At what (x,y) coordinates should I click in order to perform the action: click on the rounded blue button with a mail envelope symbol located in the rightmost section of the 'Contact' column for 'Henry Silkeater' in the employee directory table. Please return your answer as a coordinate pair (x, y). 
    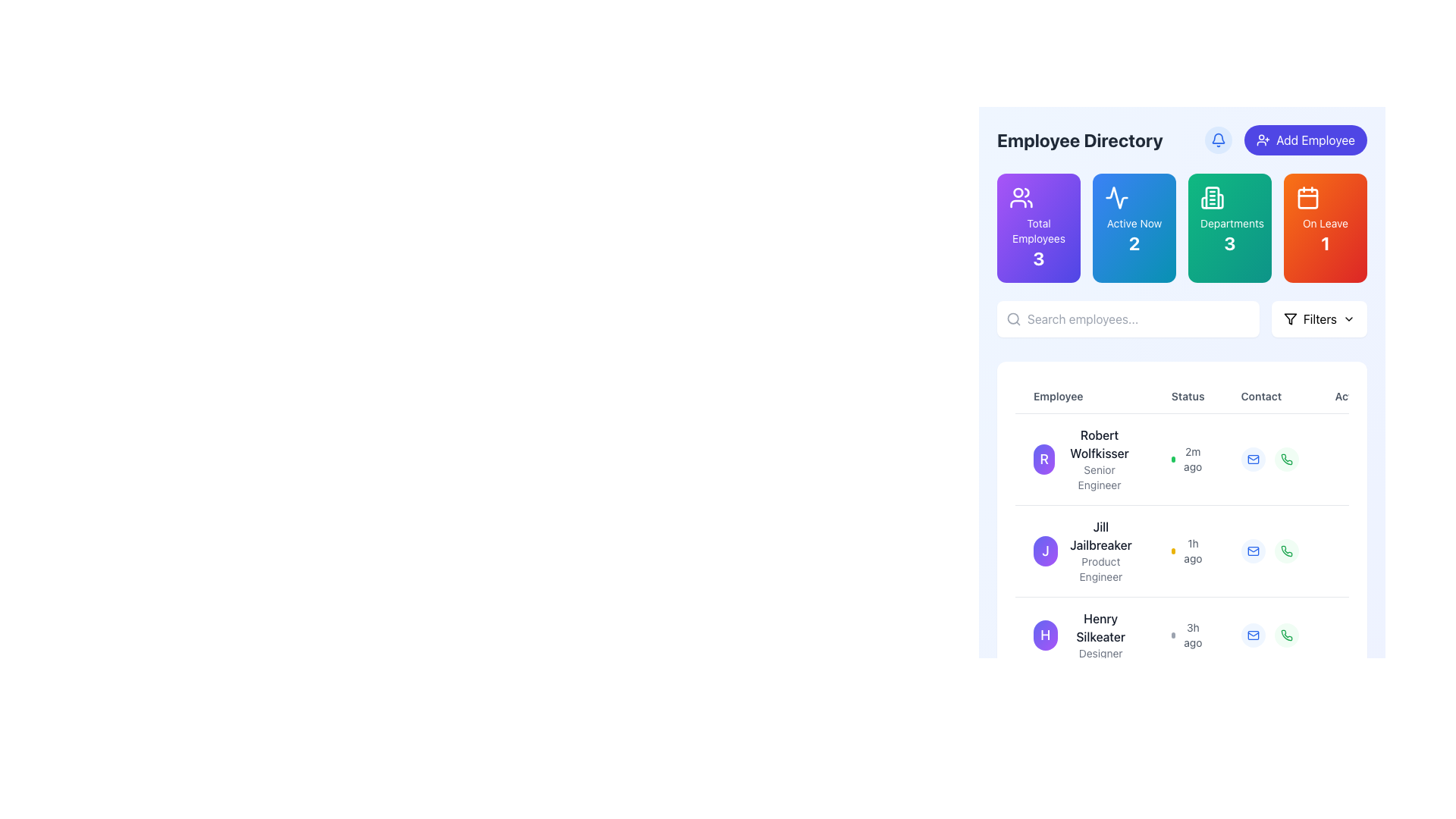
    Looking at the image, I should click on (1253, 635).